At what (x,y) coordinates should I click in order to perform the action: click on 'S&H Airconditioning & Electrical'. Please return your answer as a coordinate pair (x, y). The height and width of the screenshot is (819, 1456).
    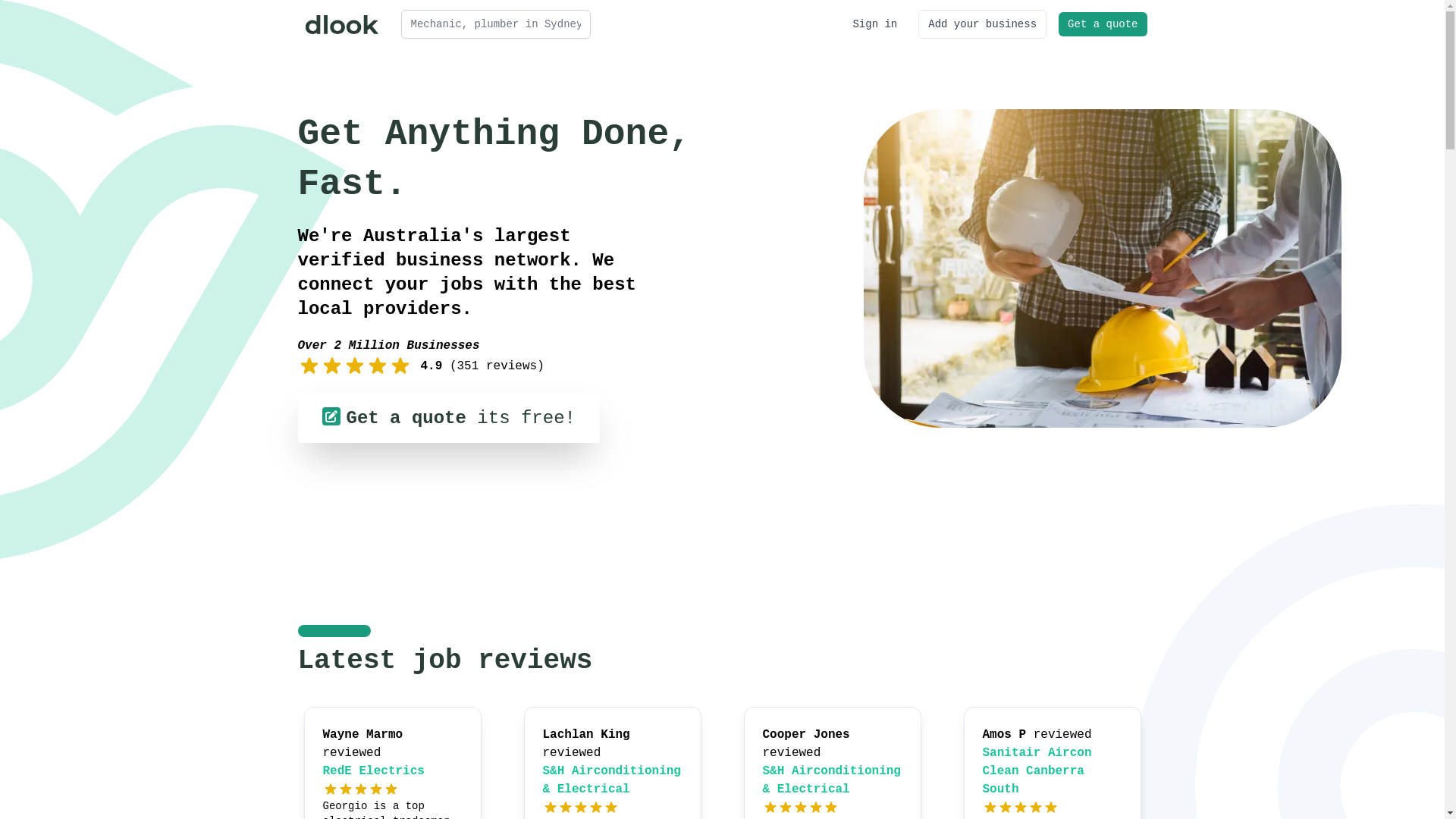
    Looking at the image, I should click on (763, 780).